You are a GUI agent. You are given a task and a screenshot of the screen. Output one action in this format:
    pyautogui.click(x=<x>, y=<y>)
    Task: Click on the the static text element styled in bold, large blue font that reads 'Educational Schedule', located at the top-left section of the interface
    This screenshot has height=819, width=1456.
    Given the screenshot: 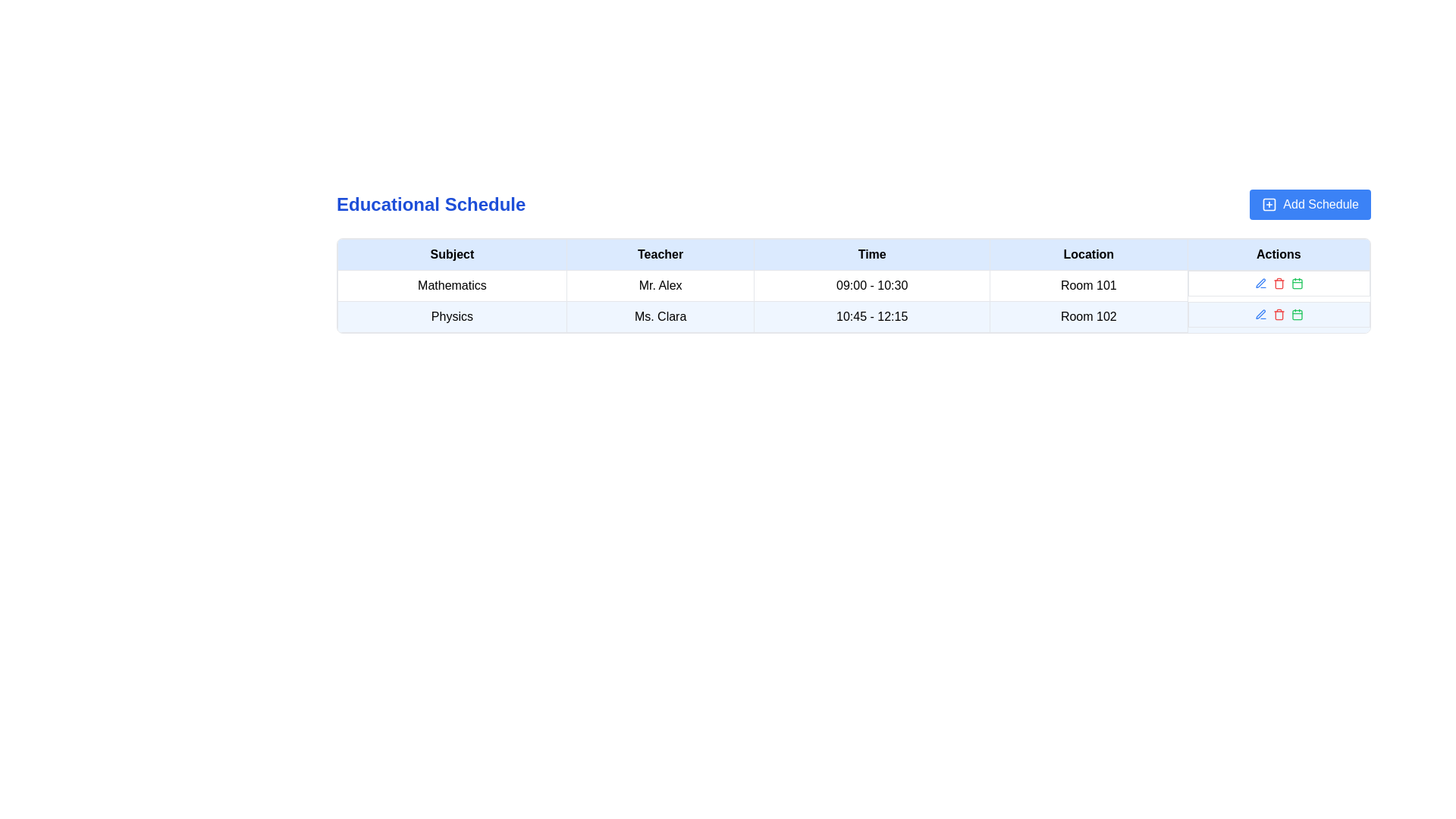 What is the action you would take?
    pyautogui.click(x=430, y=205)
    